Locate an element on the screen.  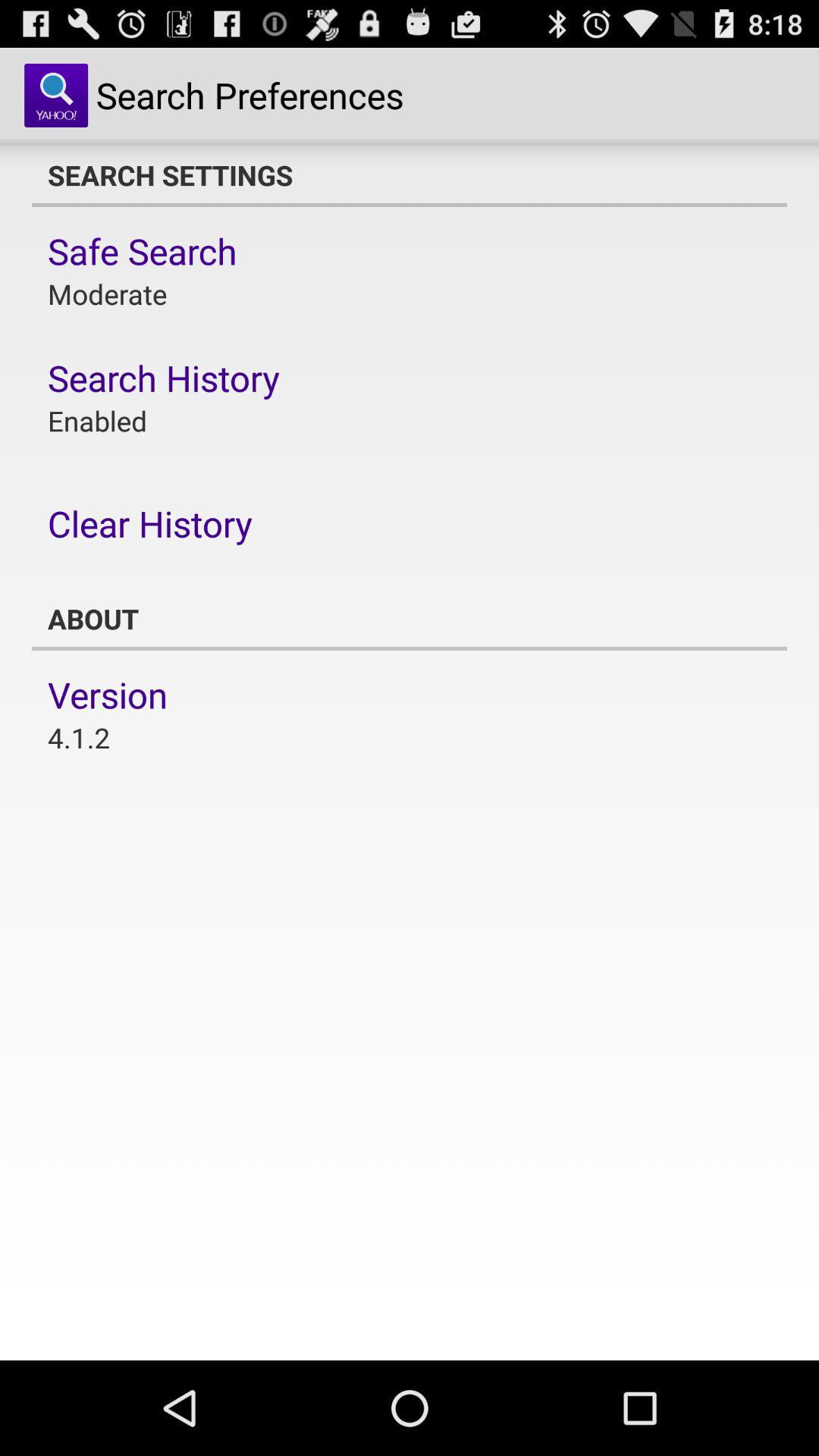
moderate item is located at coordinates (106, 293).